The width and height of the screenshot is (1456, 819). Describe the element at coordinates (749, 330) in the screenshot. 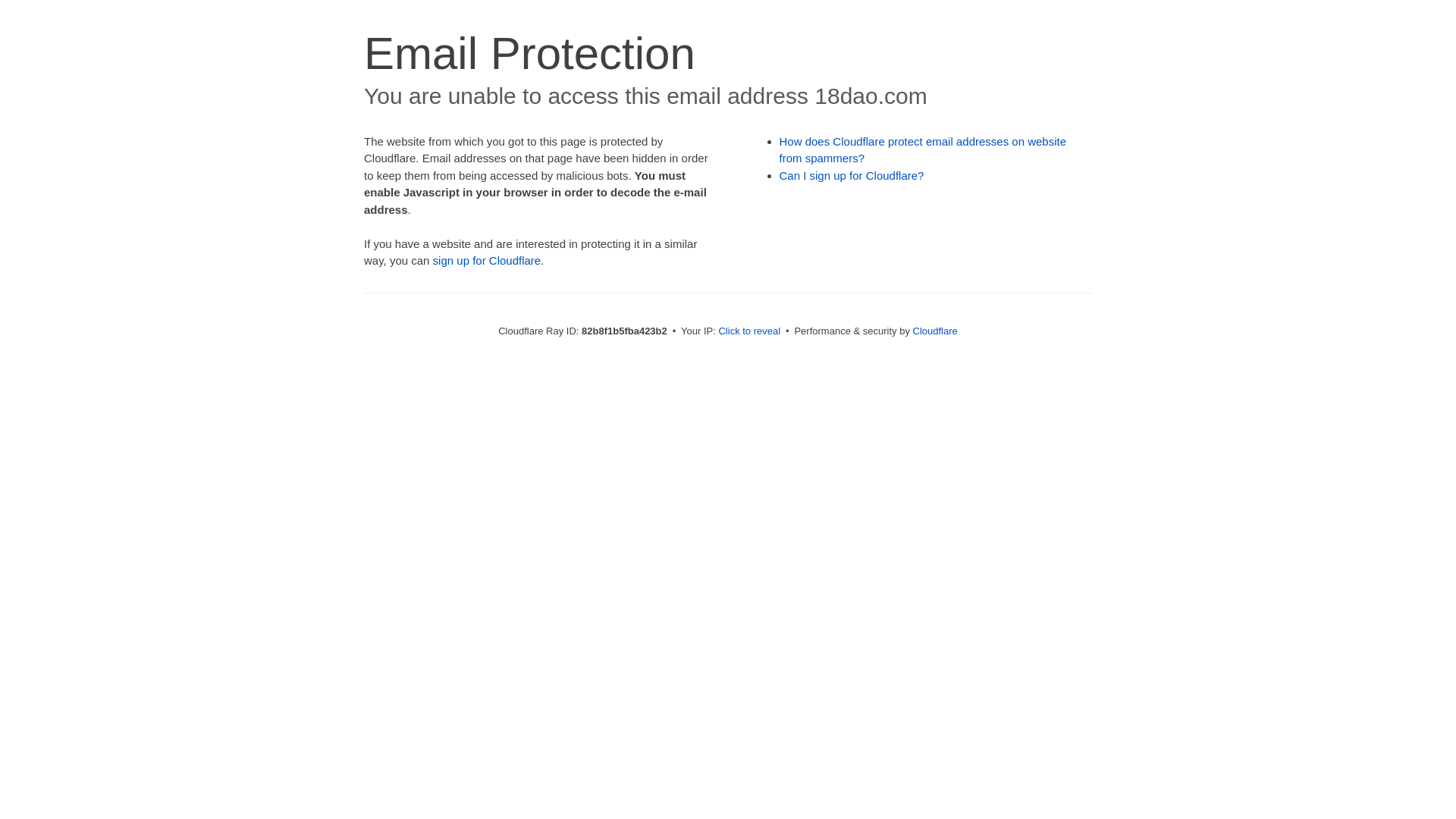

I see `'Click to reveal'` at that location.